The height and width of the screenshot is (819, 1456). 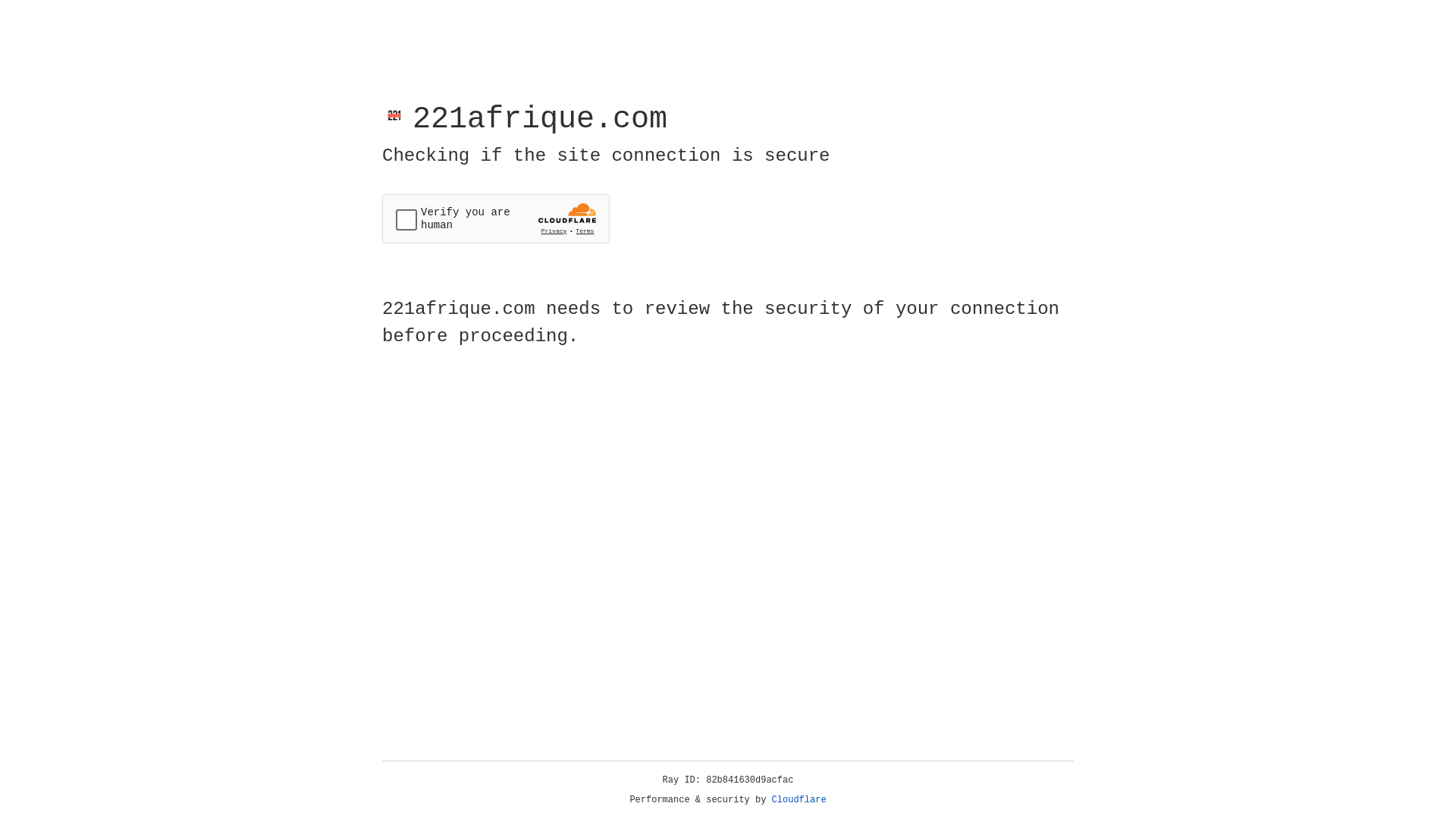 What do you see at coordinates (799, 799) in the screenshot?
I see `'Cloudflare'` at bounding box center [799, 799].